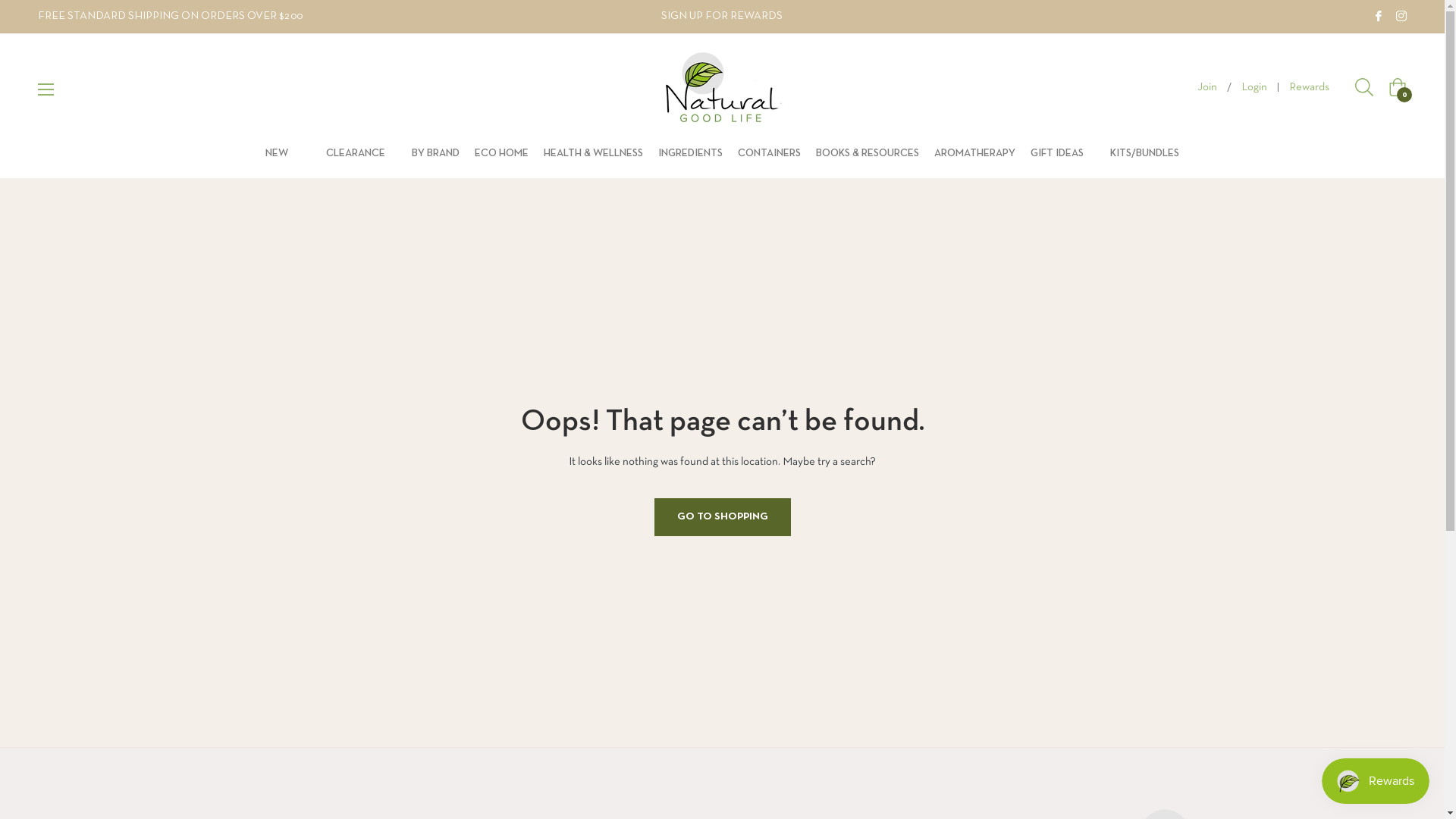  I want to click on 'CONTAINERS', so click(769, 153).